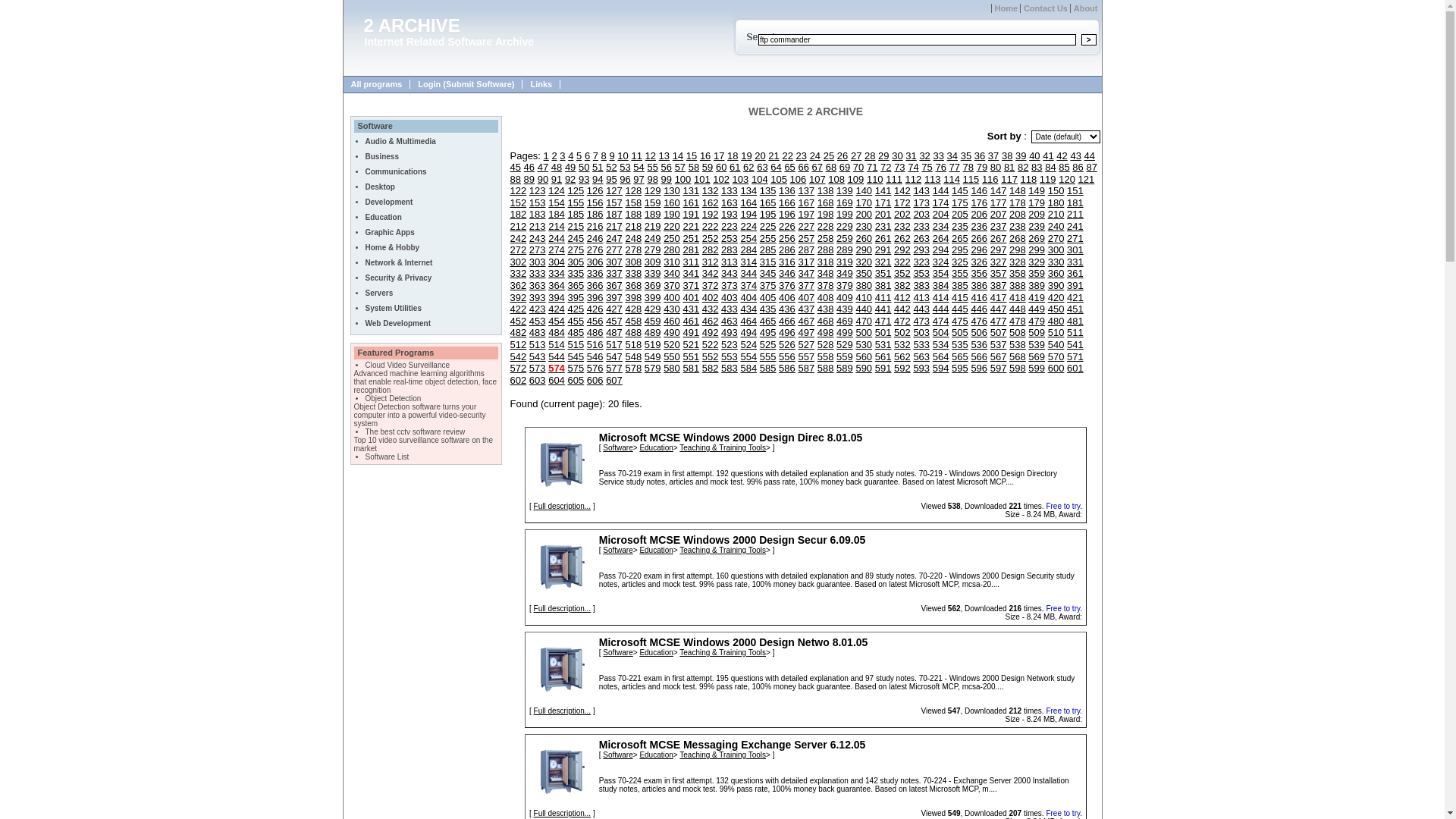 This screenshot has width=1456, height=819. I want to click on 'DownloadMicrosoft MCSE Windows 2000 Design Netwo 8.01.05', so click(560, 668).